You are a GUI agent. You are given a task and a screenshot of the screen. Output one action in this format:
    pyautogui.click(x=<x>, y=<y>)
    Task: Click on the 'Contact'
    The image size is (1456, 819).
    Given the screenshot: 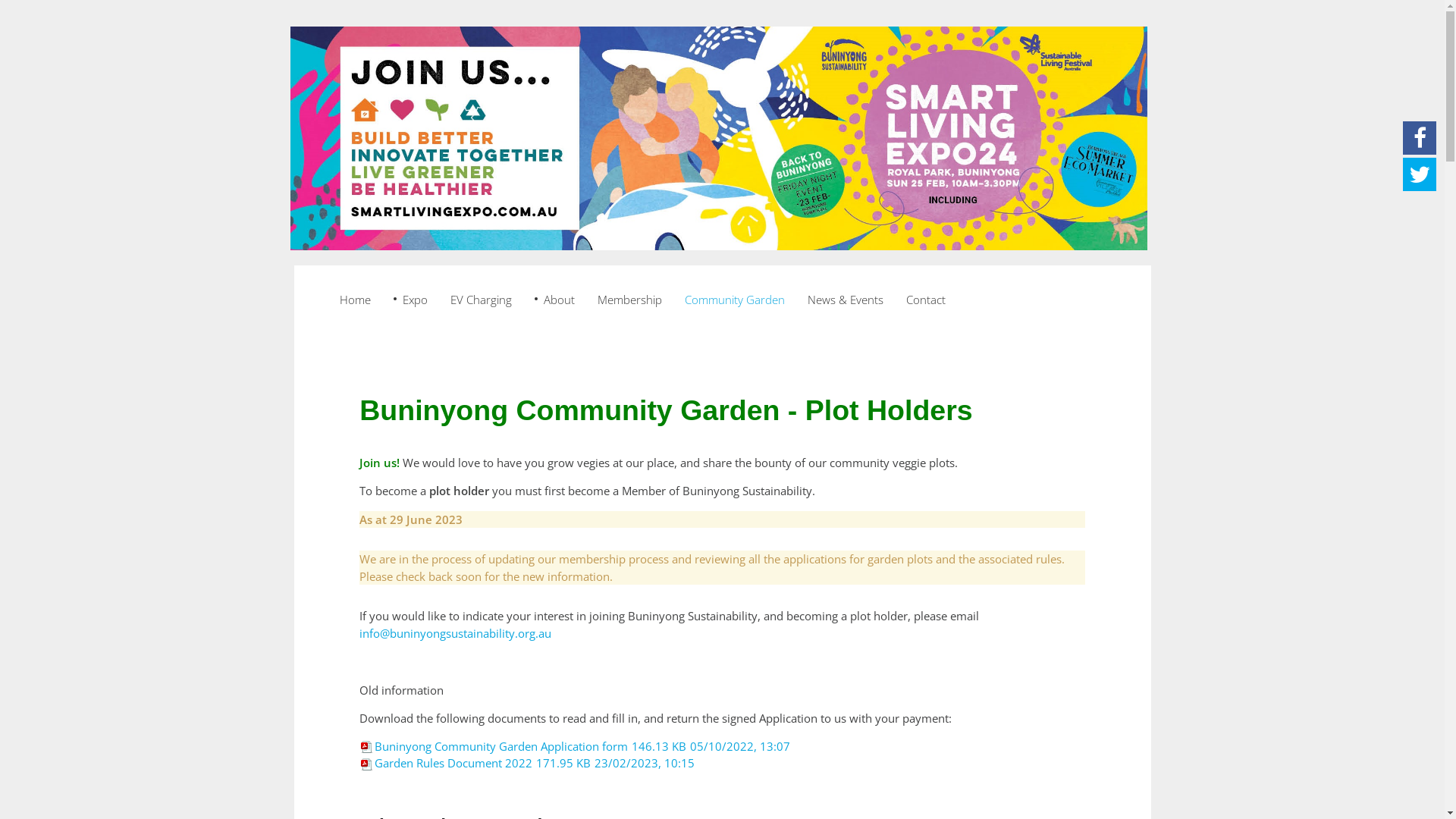 What is the action you would take?
    pyautogui.click(x=924, y=299)
    